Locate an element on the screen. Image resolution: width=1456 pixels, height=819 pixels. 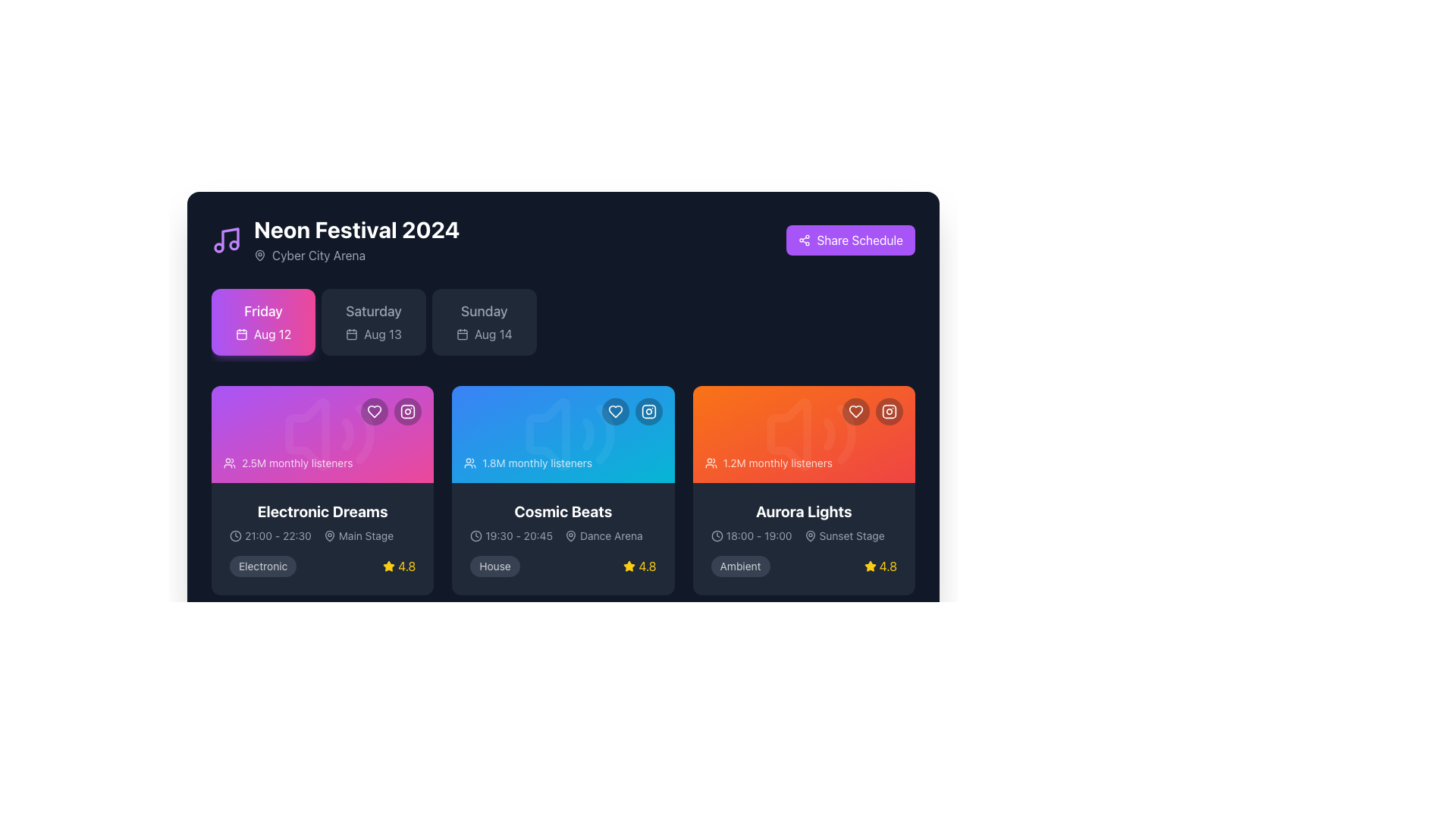
the non-interactive label that indicates the specific date, August 13th, located below the text 'Saturday' within the date selection card is located at coordinates (374, 333).